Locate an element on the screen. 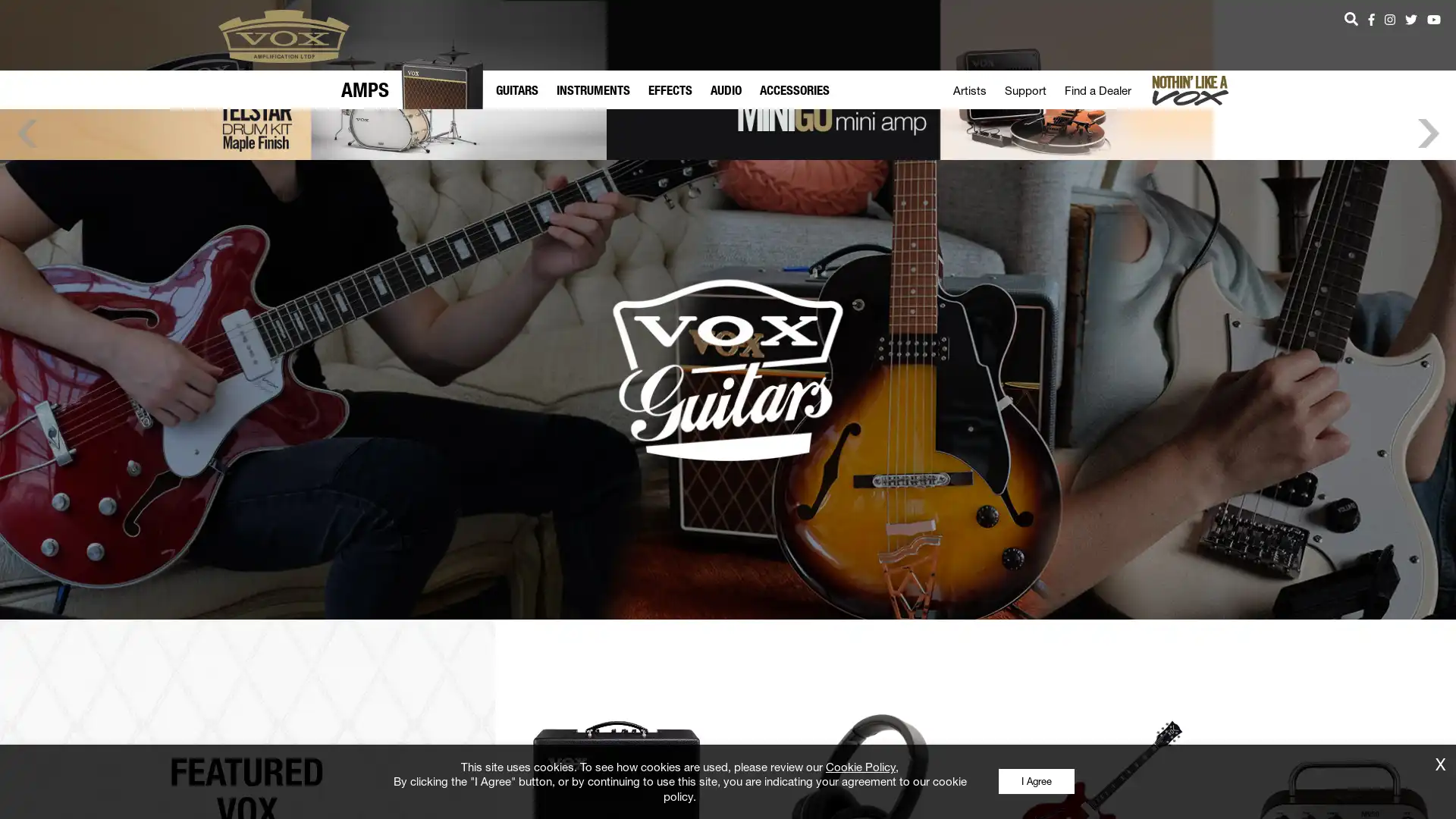 This screenshot has height=819, width=1456. I Agree is located at coordinates (1035, 781).